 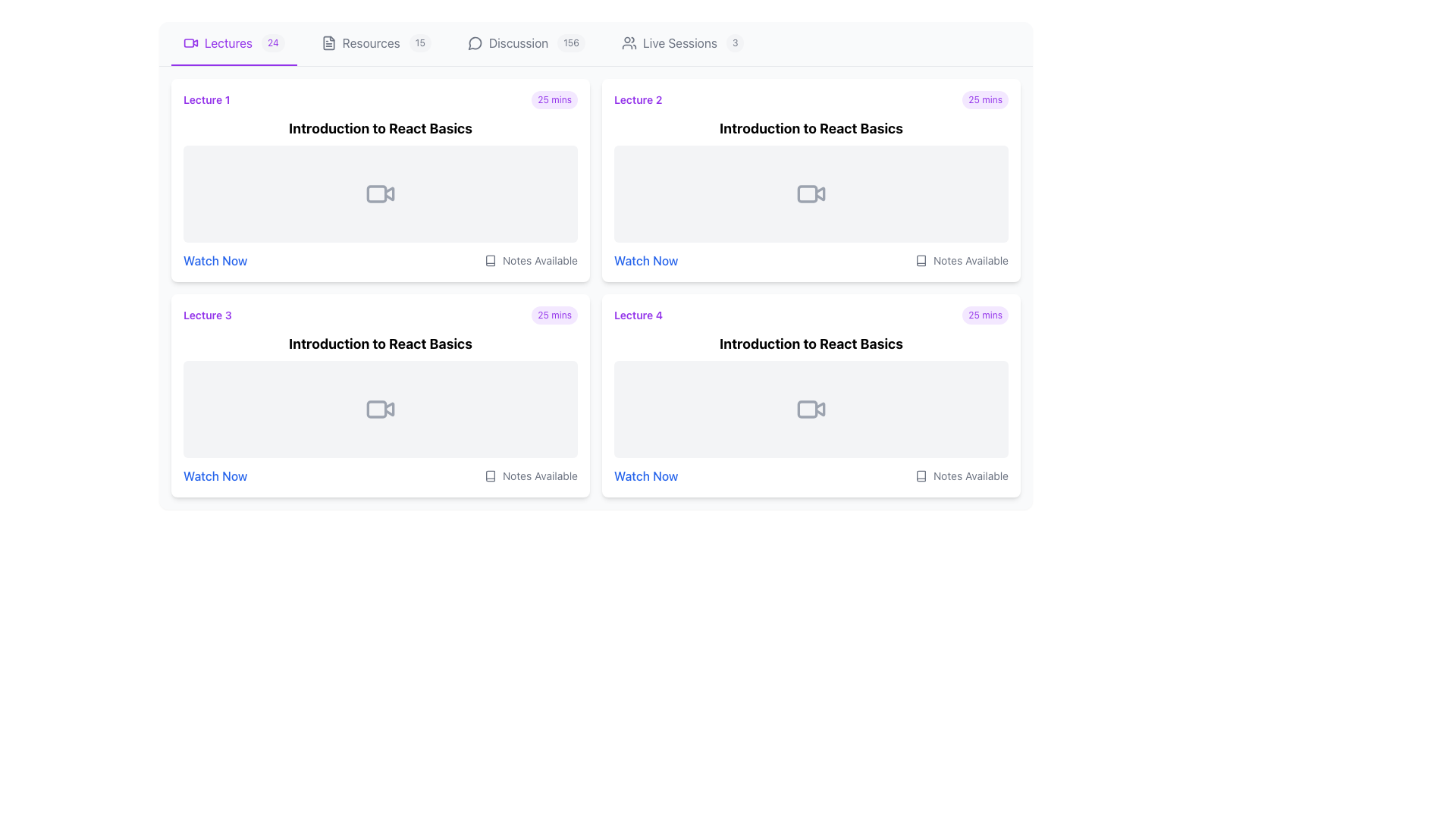 I want to click on the book icon located to the left of the text 'Notes Available' in the bottom-left section of the grid layout, so click(x=491, y=475).